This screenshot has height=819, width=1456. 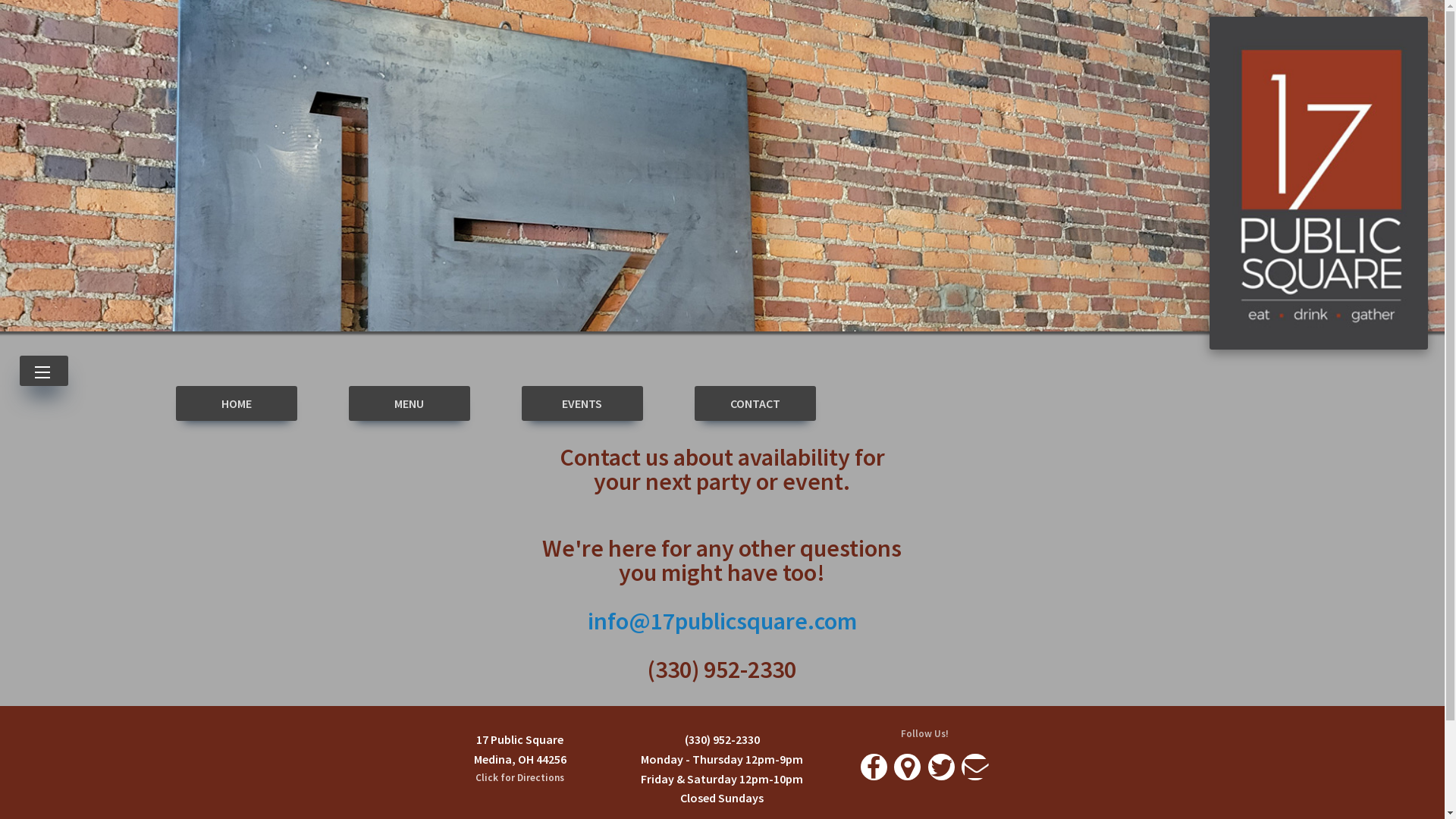 I want to click on 'HOME', so click(x=236, y=403).